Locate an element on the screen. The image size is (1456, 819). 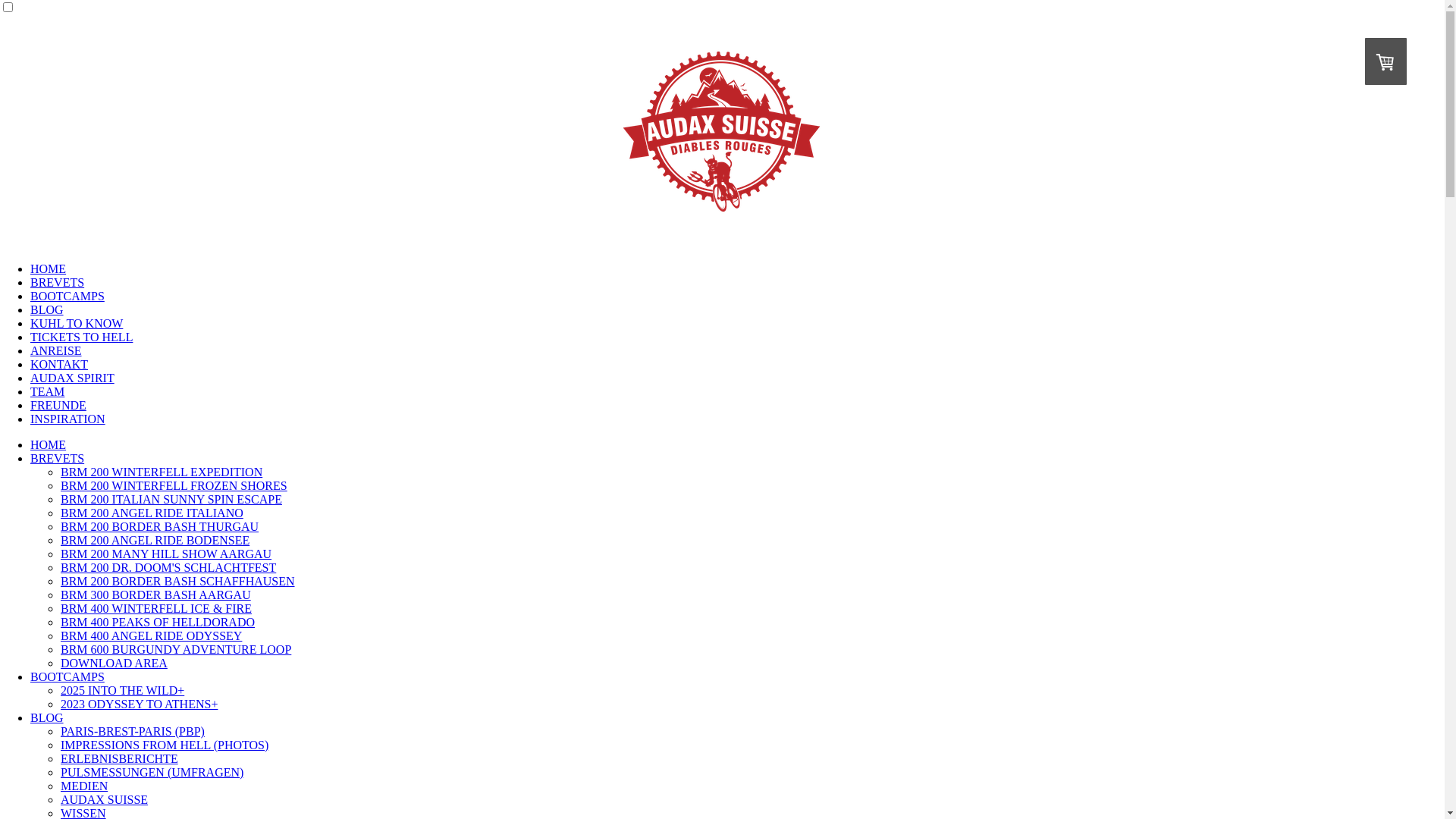
'BRM 200 ANGEL RIDE ITALIANO' is located at coordinates (152, 512).